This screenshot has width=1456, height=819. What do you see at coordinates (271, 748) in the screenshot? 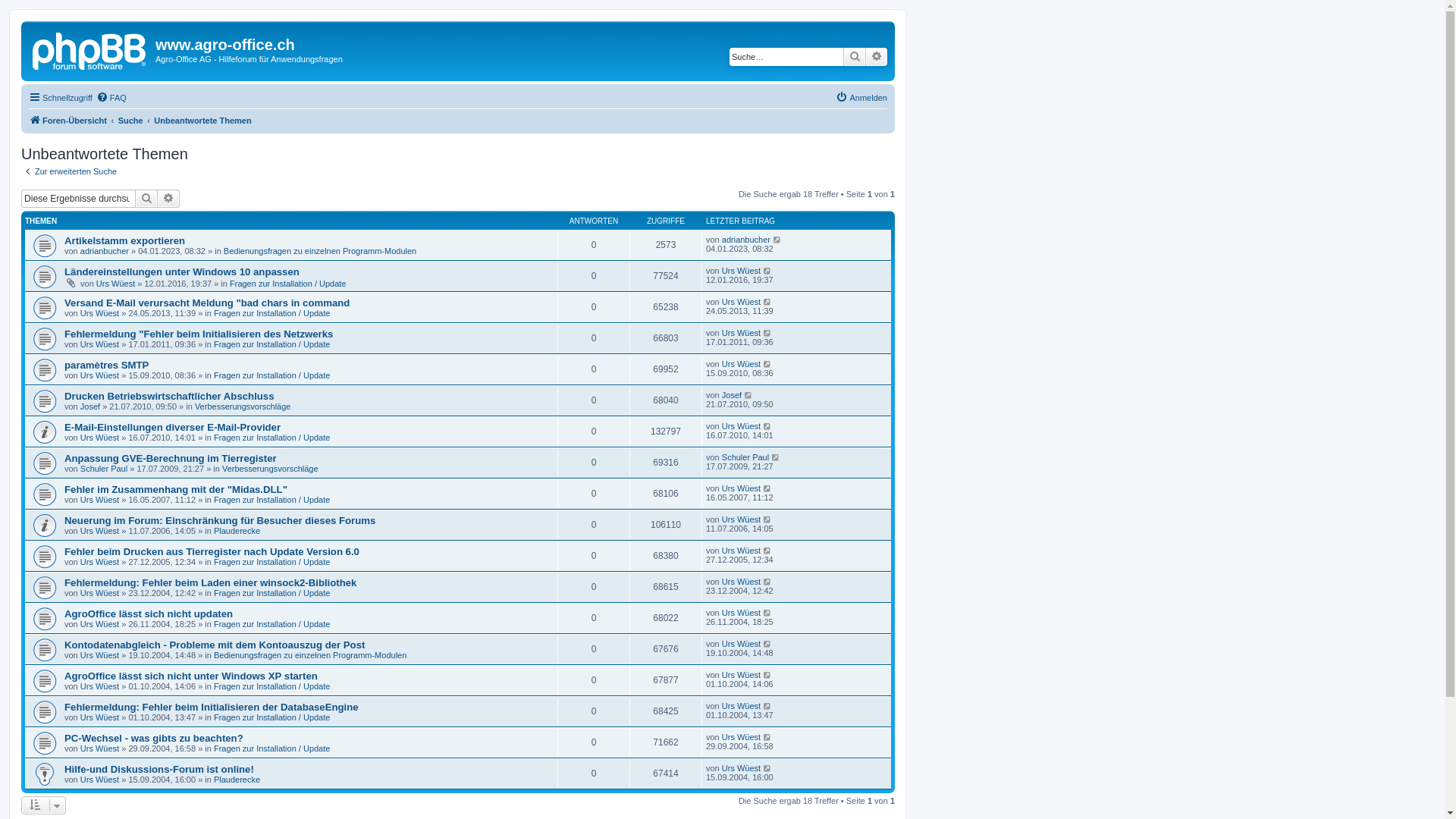
I see `'Fragen zur Installation / Update'` at bounding box center [271, 748].